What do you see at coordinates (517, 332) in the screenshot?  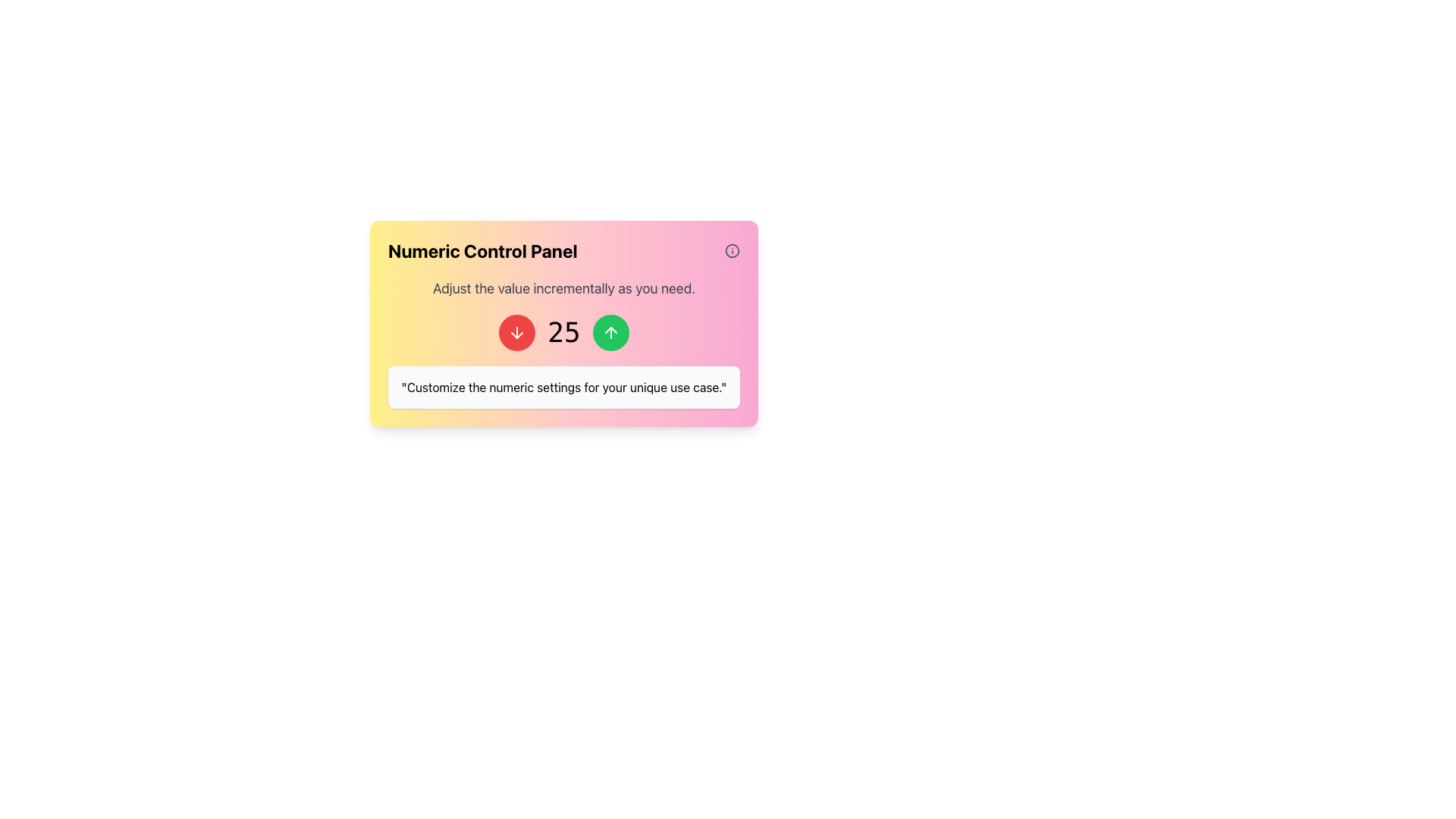 I see `the decrement button located to the left of the numeric value display '25' to decrease the displayed value` at bounding box center [517, 332].